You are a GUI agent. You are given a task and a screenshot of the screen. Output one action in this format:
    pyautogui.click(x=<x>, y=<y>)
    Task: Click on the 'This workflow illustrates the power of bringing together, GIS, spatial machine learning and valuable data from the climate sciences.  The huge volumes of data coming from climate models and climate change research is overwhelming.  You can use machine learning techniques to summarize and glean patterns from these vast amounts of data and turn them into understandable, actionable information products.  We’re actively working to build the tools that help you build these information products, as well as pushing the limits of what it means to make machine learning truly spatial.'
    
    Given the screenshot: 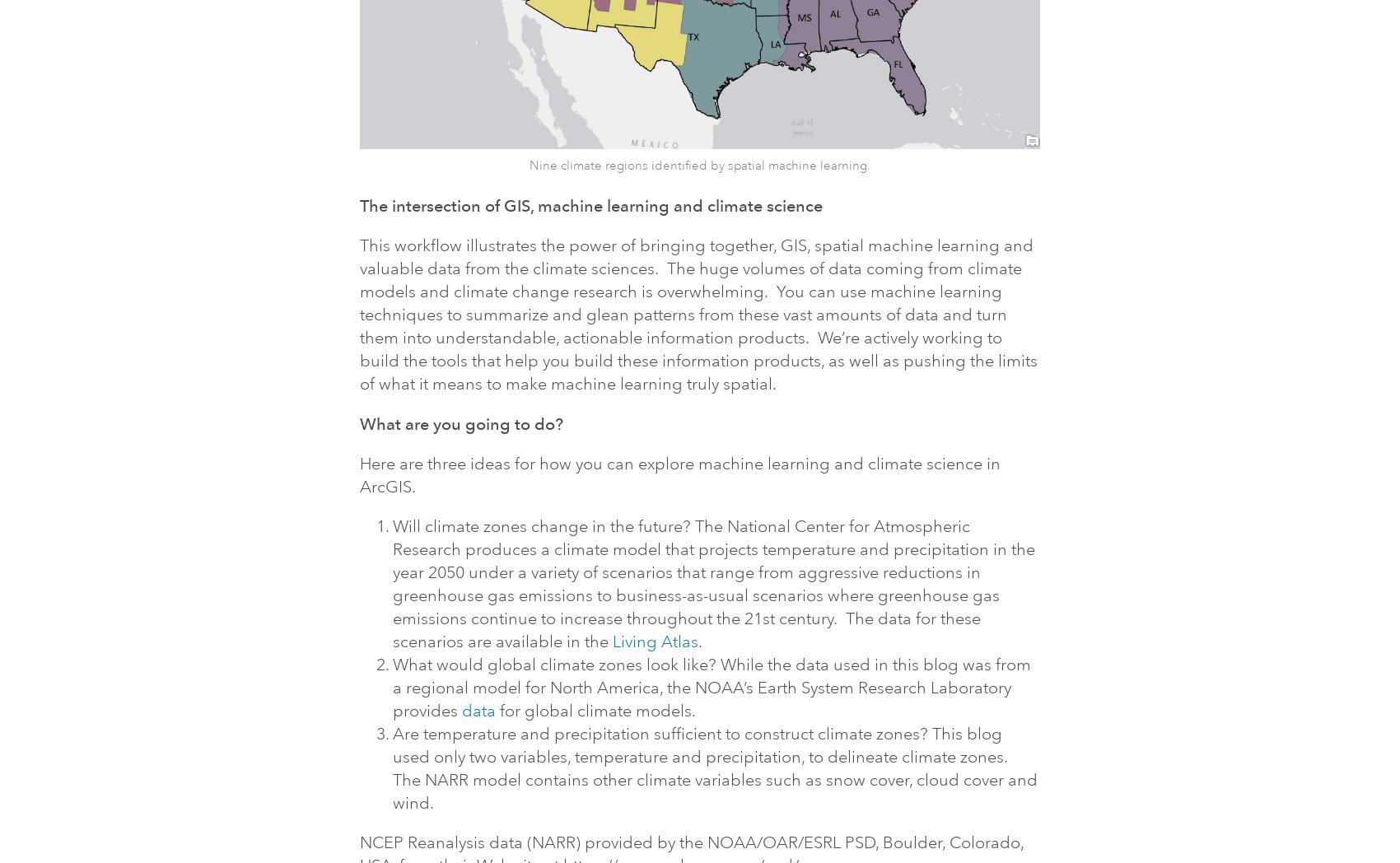 What is the action you would take?
    pyautogui.click(x=698, y=313)
    